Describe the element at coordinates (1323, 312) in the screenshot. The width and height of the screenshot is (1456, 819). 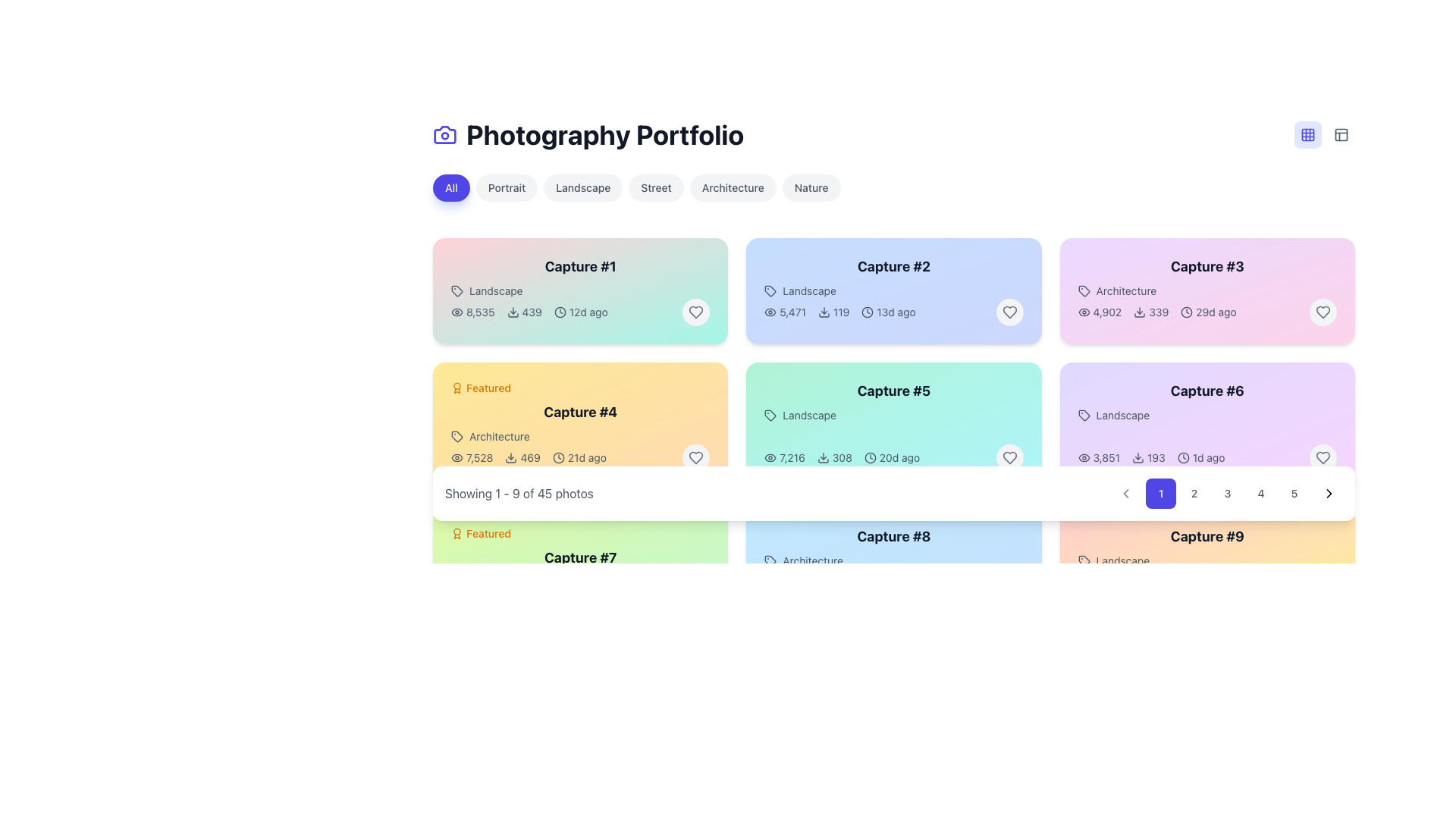
I see `the heart icon within the circular button in the top-right corner of the 'Capture #3' card to mark it as a favorite` at that location.